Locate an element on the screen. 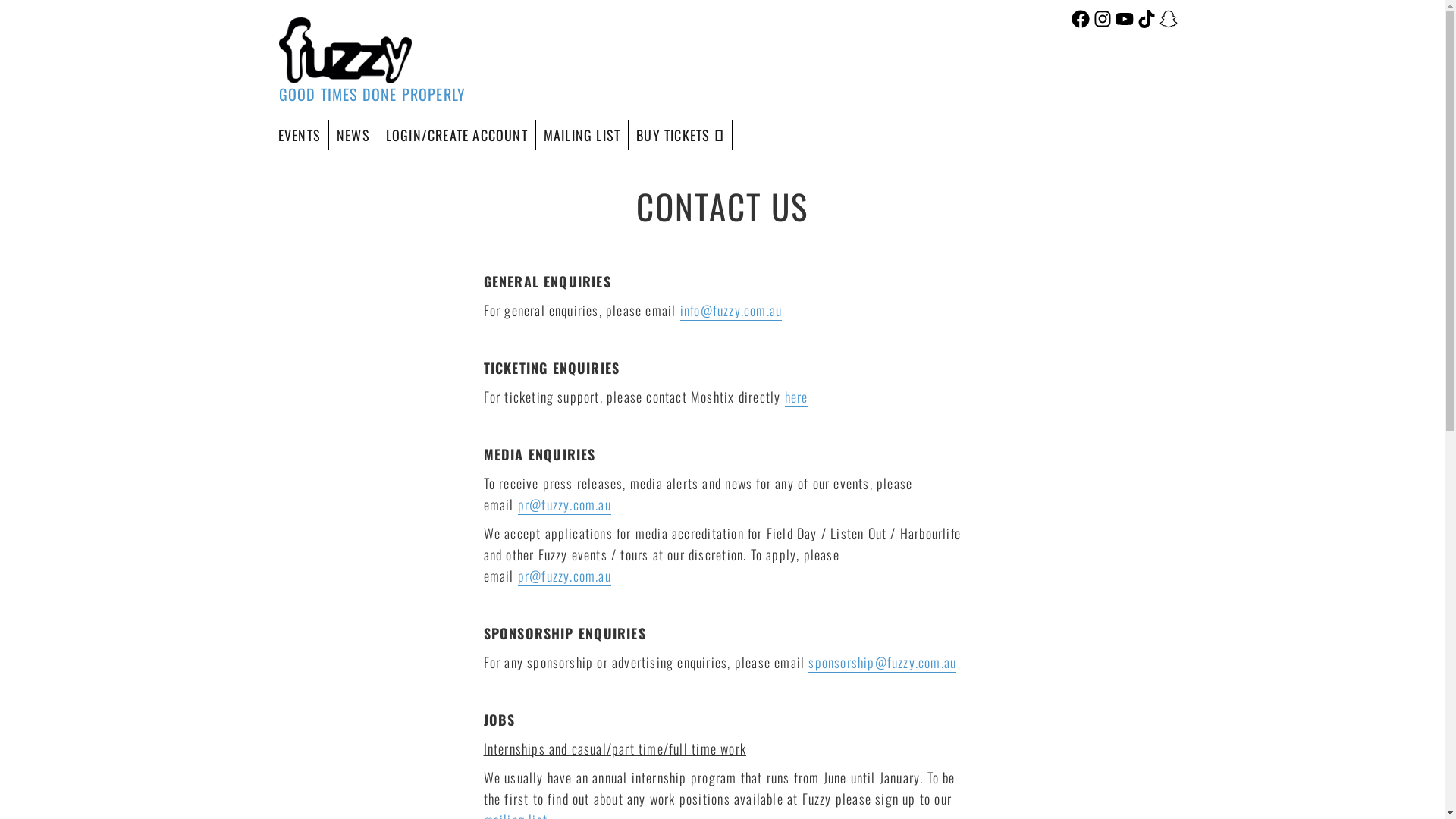 The height and width of the screenshot is (819, 1456). 'pr@fuzzy.com.au' is located at coordinates (517, 576).